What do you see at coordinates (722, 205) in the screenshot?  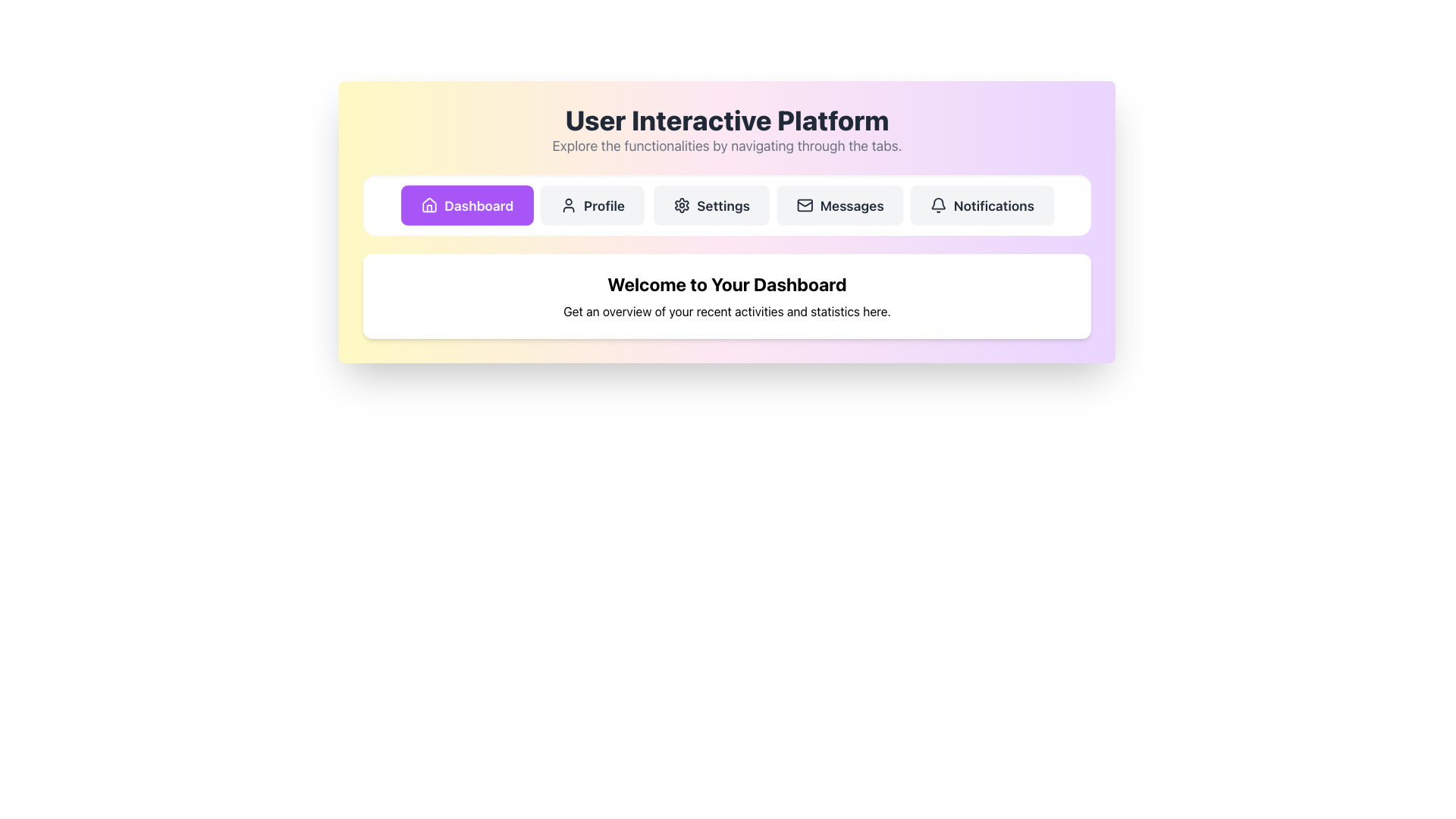 I see `the 'Settings' text label in the navigation bar` at bounding box center [722, 205].